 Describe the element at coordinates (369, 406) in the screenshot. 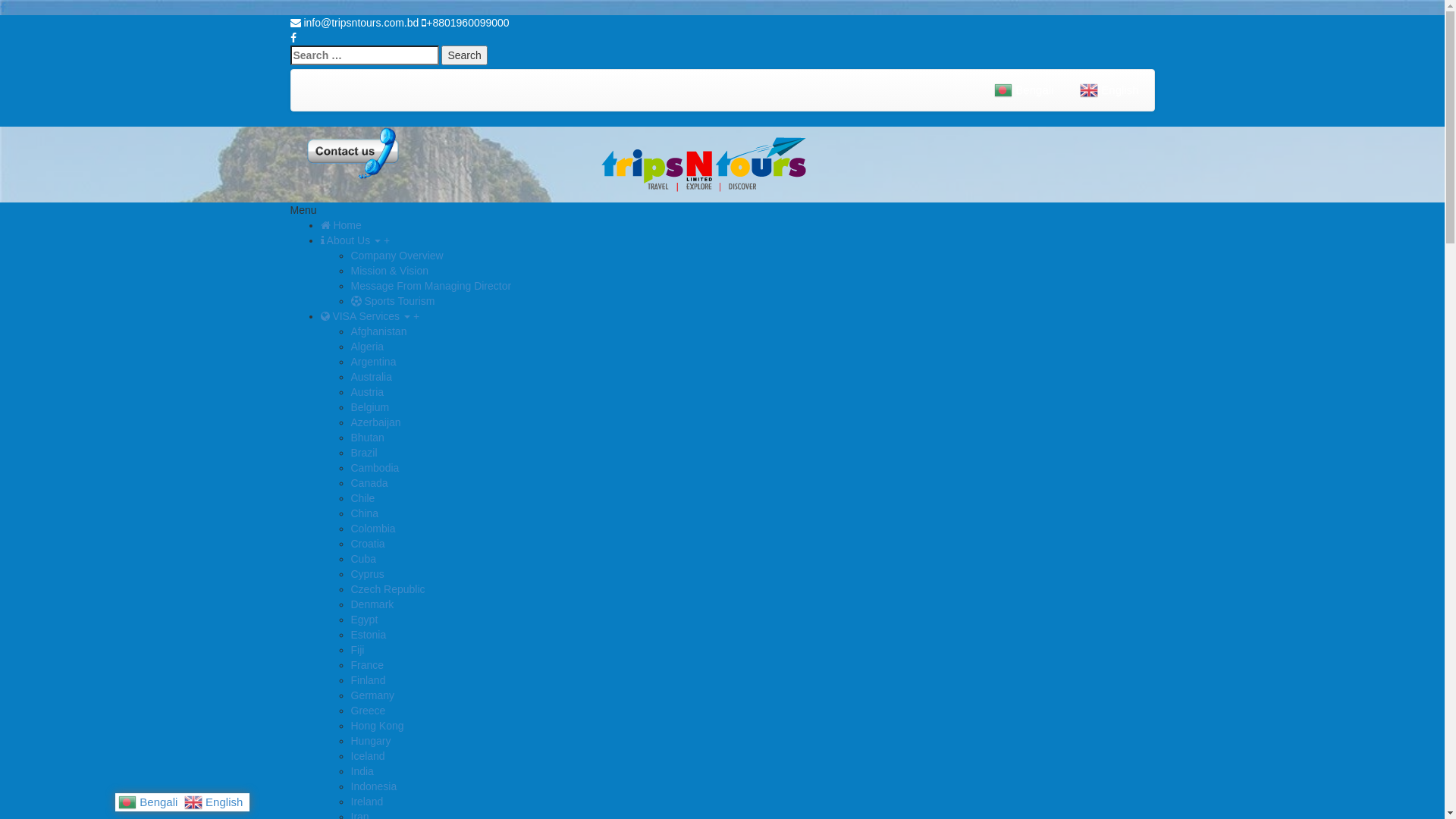

I see `'Belgium'` at that location.